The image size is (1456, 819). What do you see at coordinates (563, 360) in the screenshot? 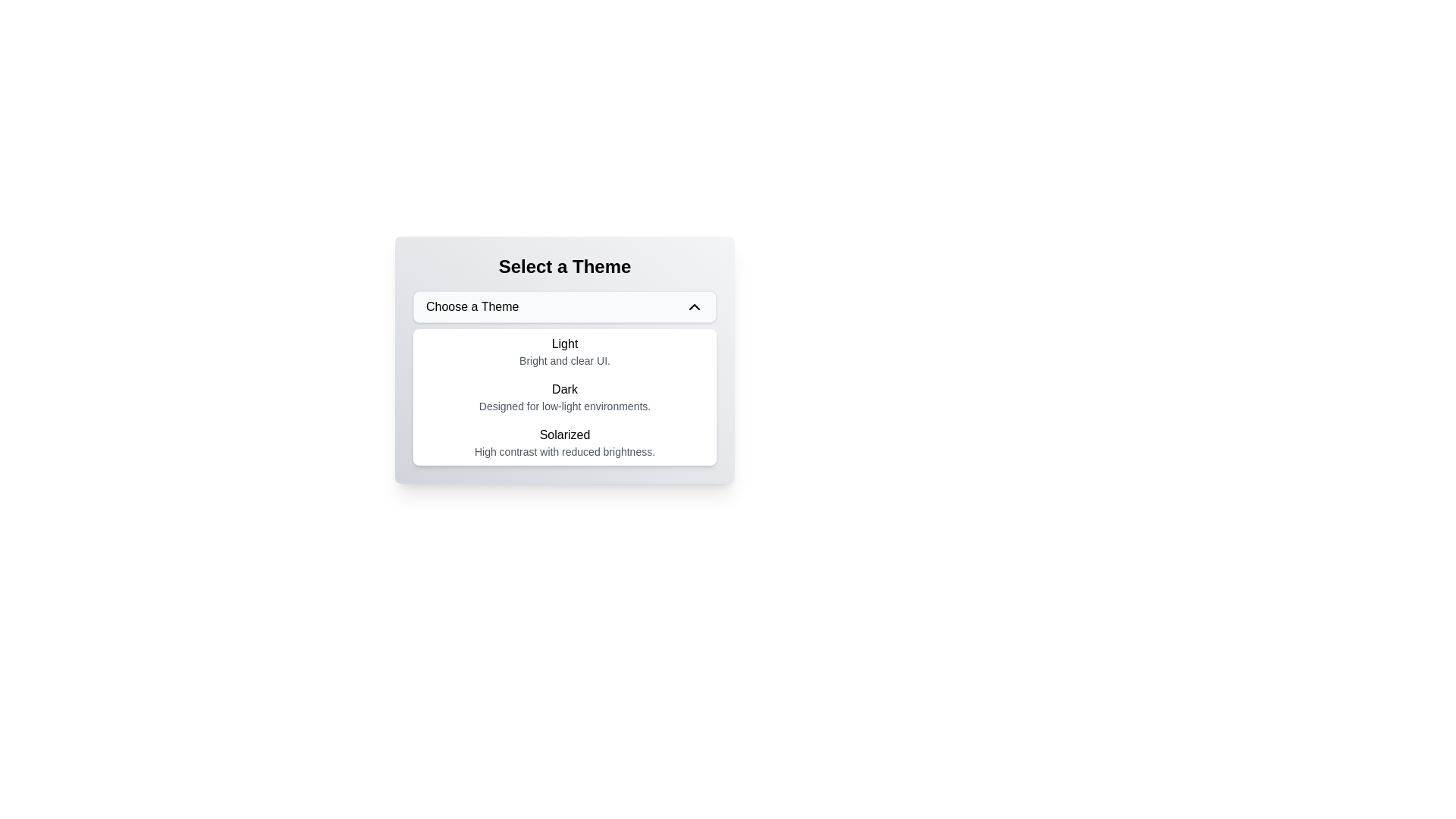
I see `the text label 'Bright and clear UI.' that is styled with a small font size and gray color, located below the label 'Light' in the theme selection interface` at bounding box center [563, 360].